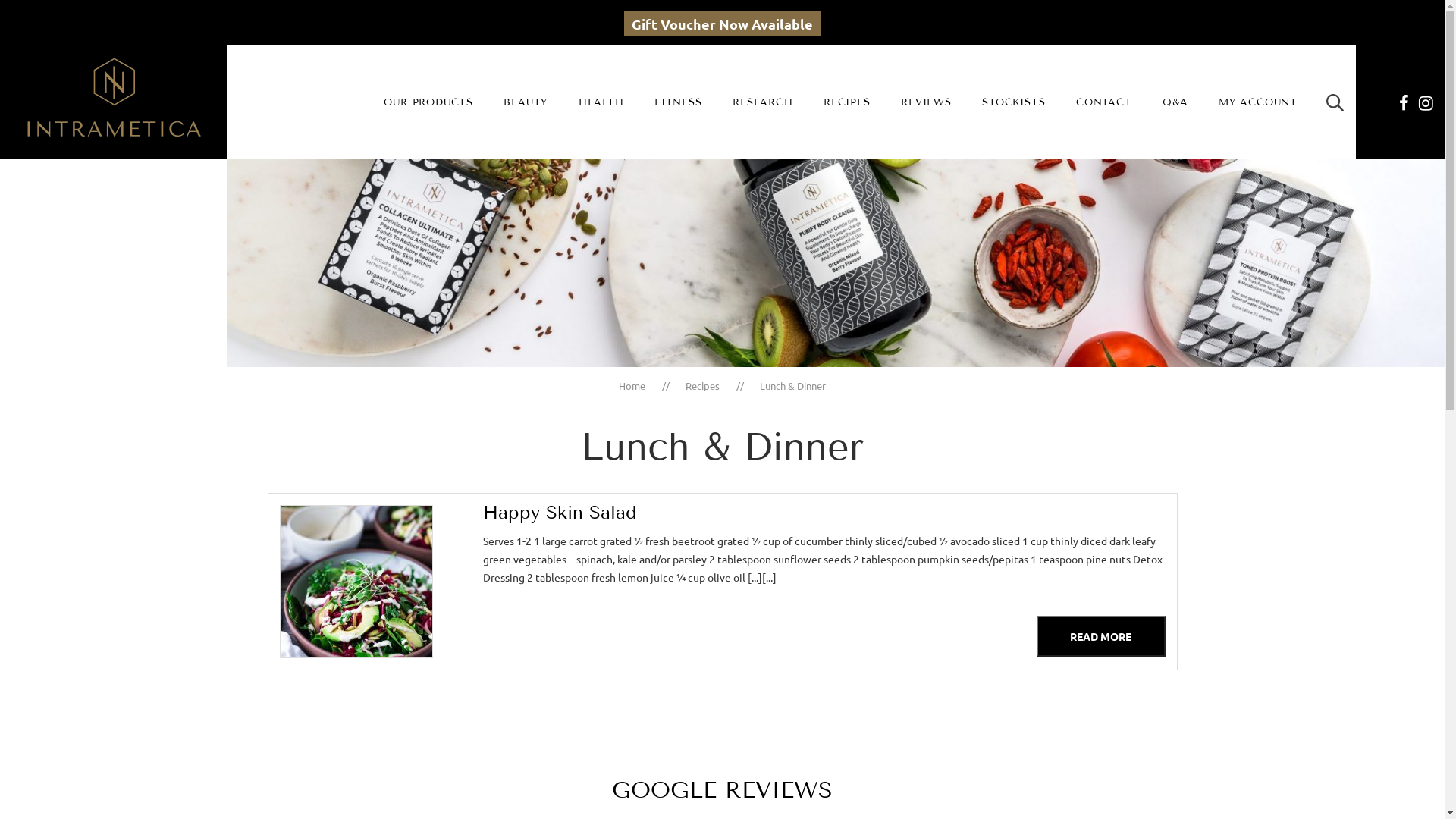 This screenshot has height=819, width=1456. Describe the element at coordinates (925, 102) in the screenshot. I see `'REVIEWS'` at that location.